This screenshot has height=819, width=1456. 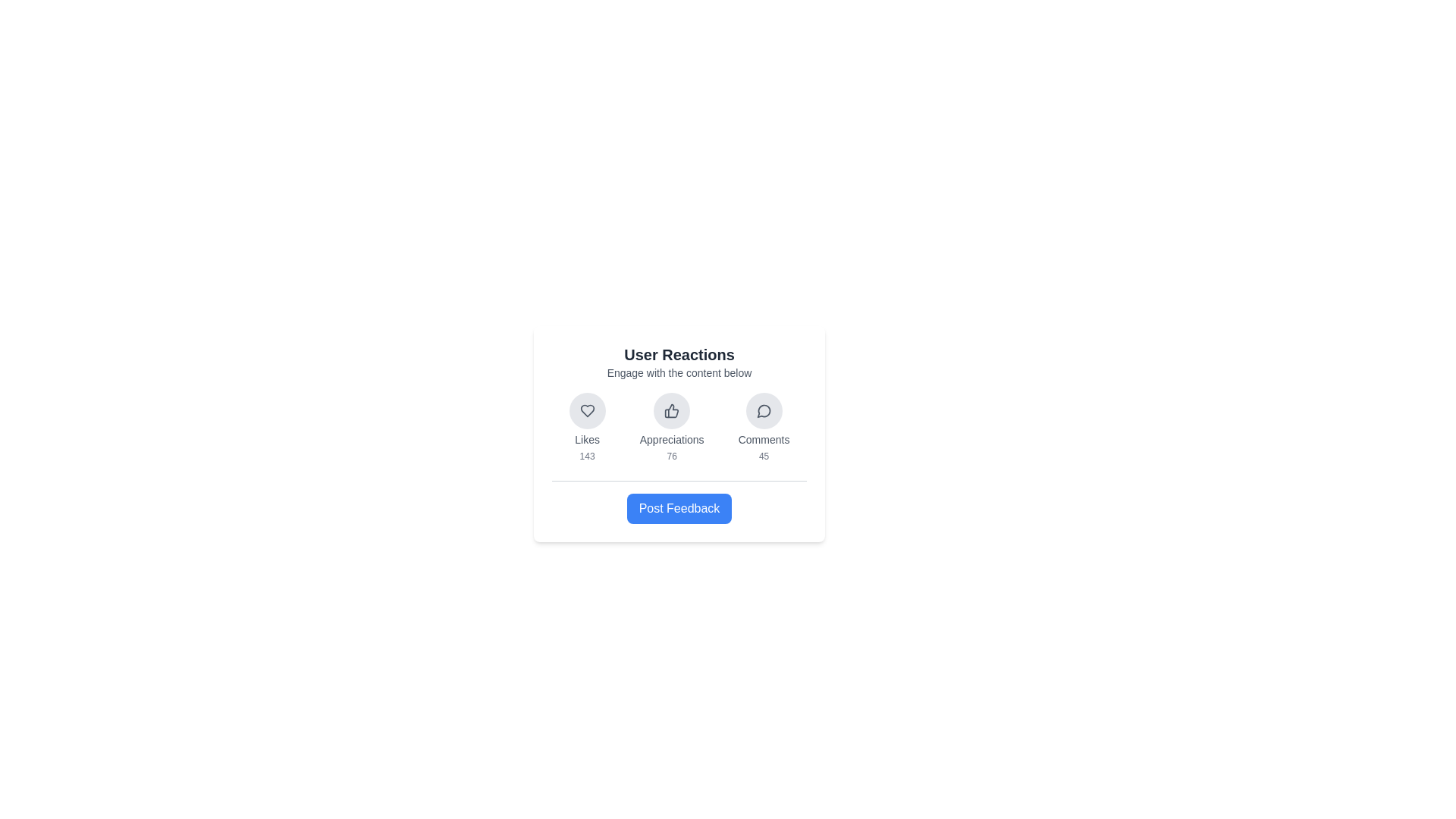 What do you see at coordinates (764, 411) in the screenshot?
I see `the comment icon located in the third circular button of the user interaction options row, which is situated below the 'User Reactions' header` at bounding box center [764, 411].